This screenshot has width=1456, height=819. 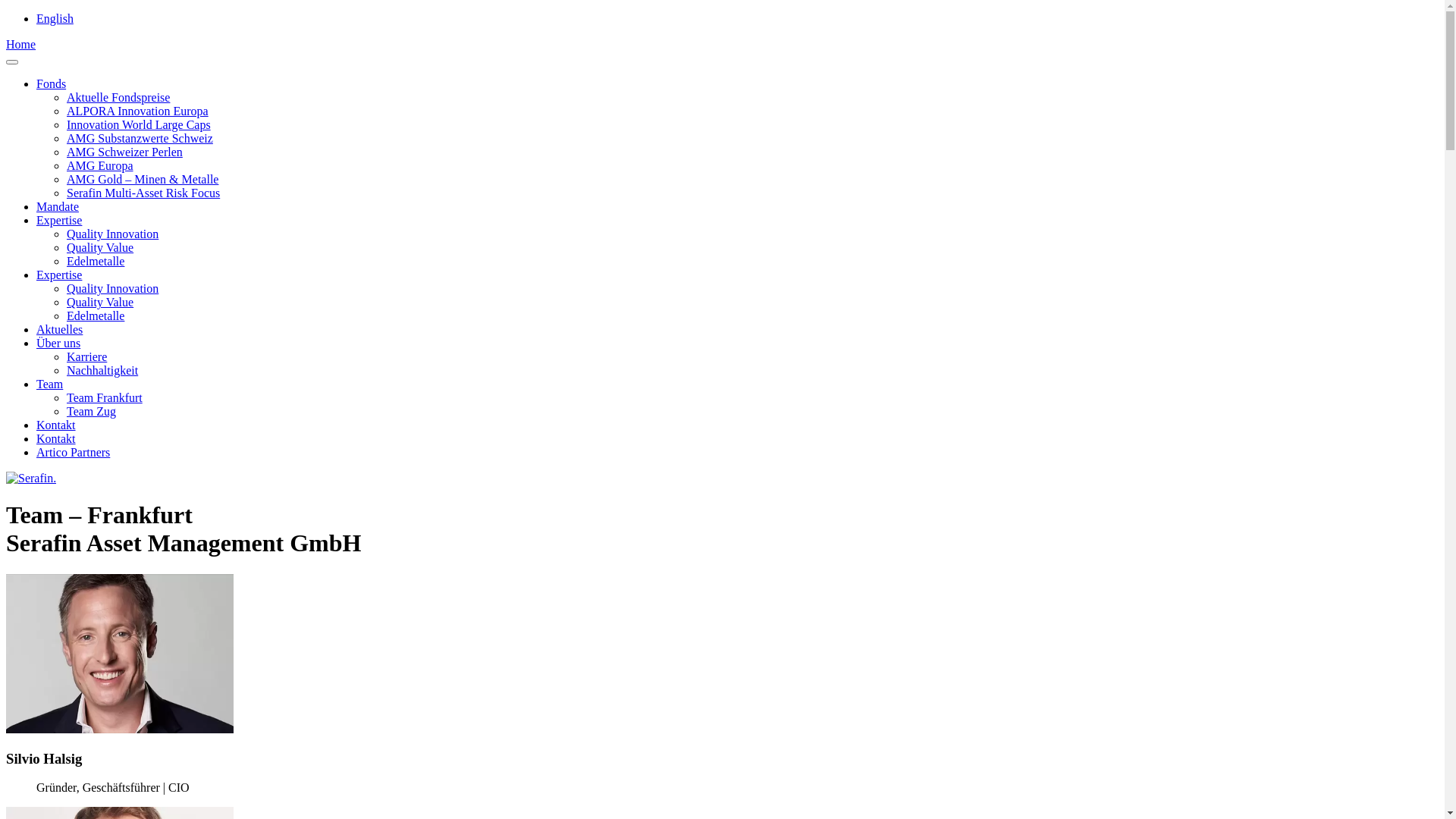 I want to click on 'Edelmetalle', so click(x=94, y=260).